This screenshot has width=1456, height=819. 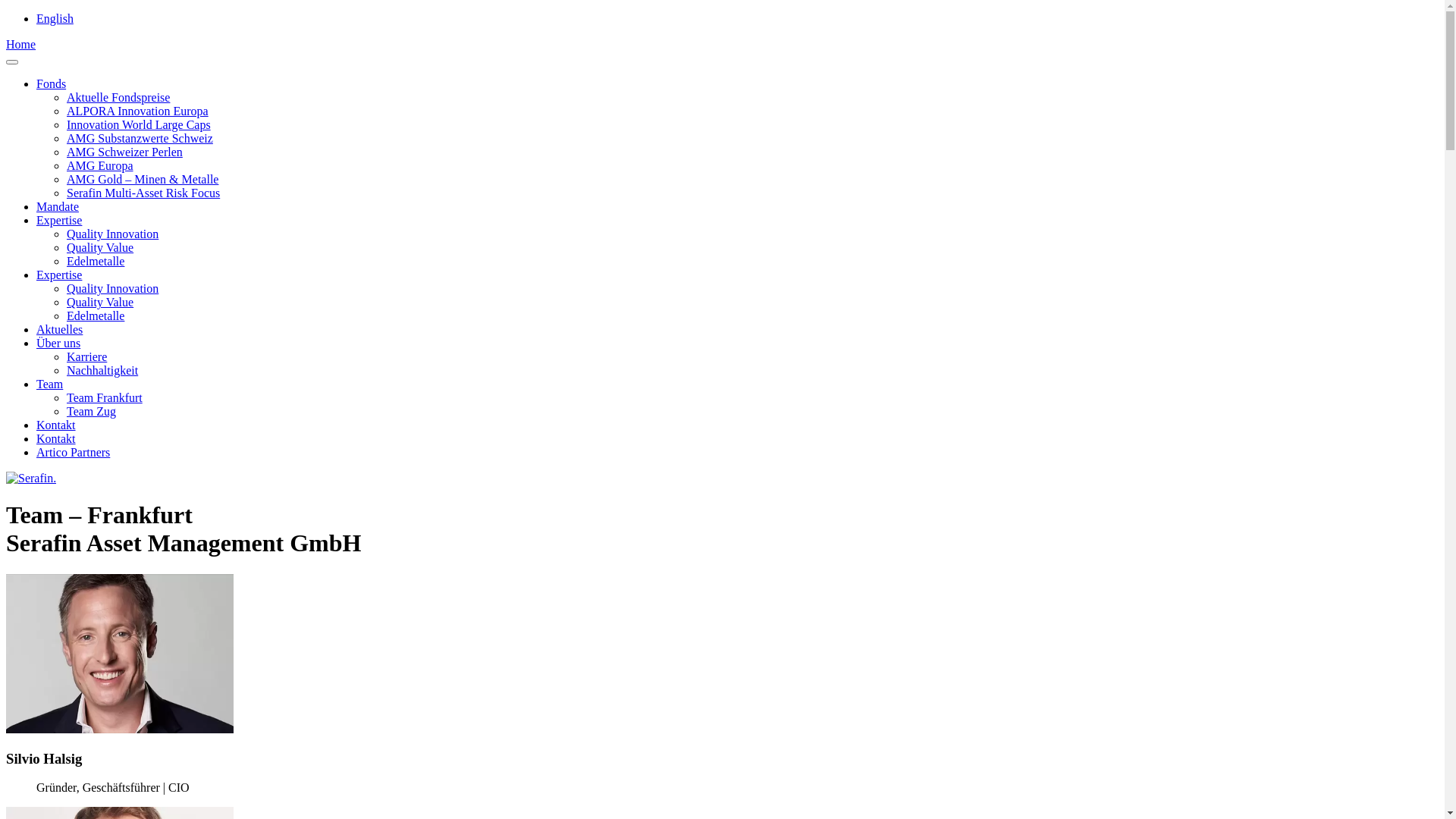 I want to click on 'Edelmetalle', so click(x=94, y=260).